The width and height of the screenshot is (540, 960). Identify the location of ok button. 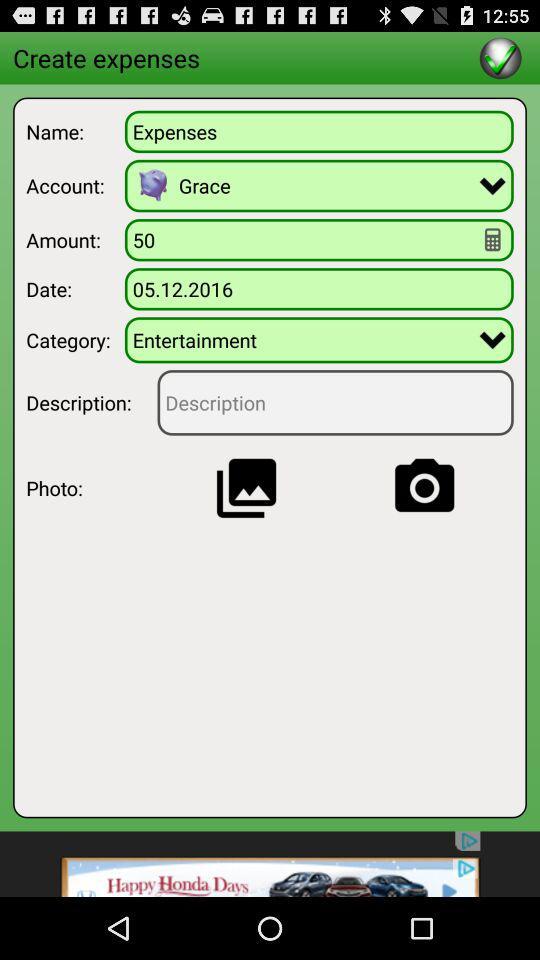
(499, 56).